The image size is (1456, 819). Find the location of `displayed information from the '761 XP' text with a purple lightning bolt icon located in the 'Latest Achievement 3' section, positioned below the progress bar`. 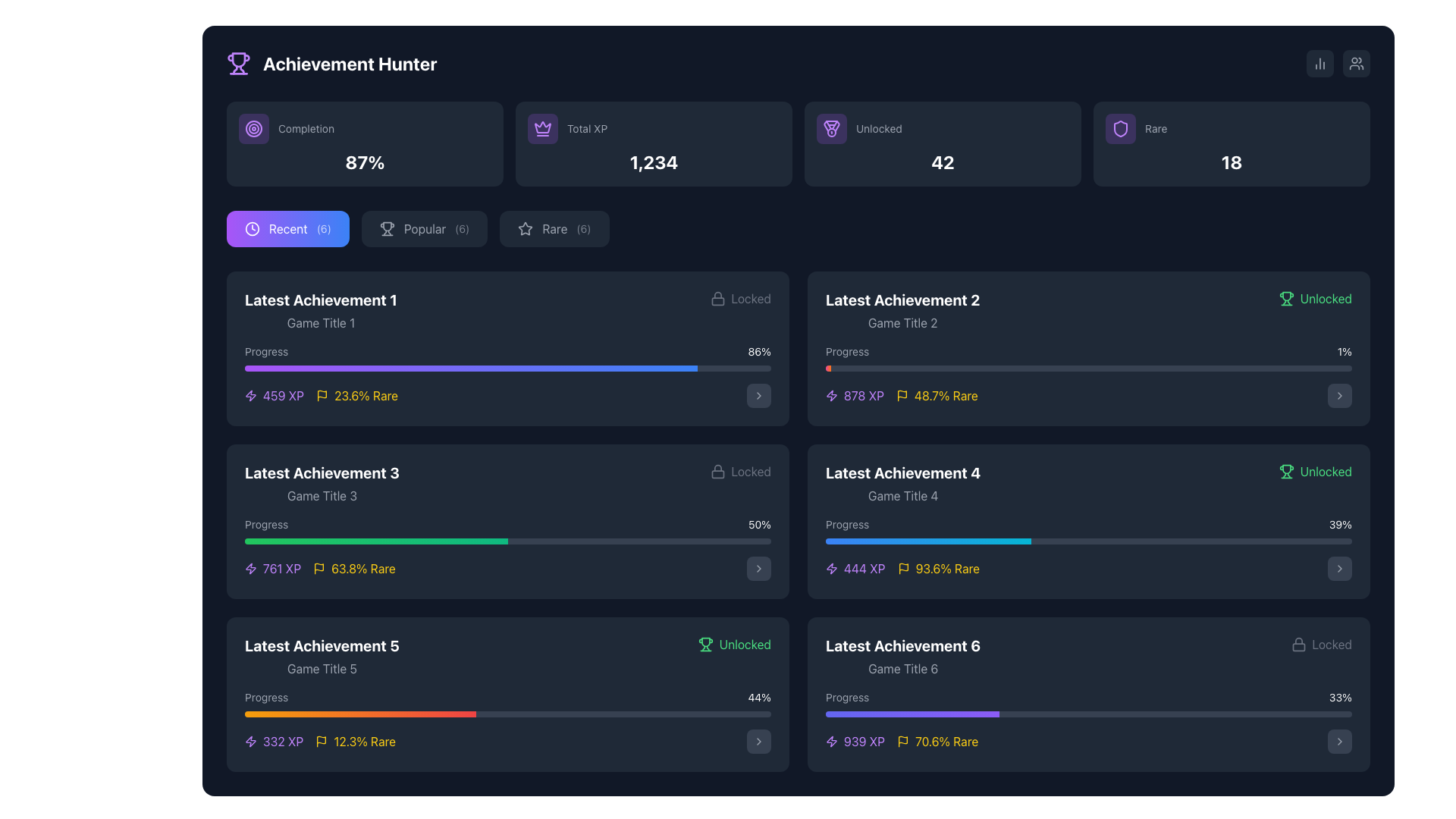

displayed information from the '761 XP' text with a purple lightning bolt icon located in the 'Latest Achievement 3' section, positioned below the progress bar is located at coordinates (273, 568).